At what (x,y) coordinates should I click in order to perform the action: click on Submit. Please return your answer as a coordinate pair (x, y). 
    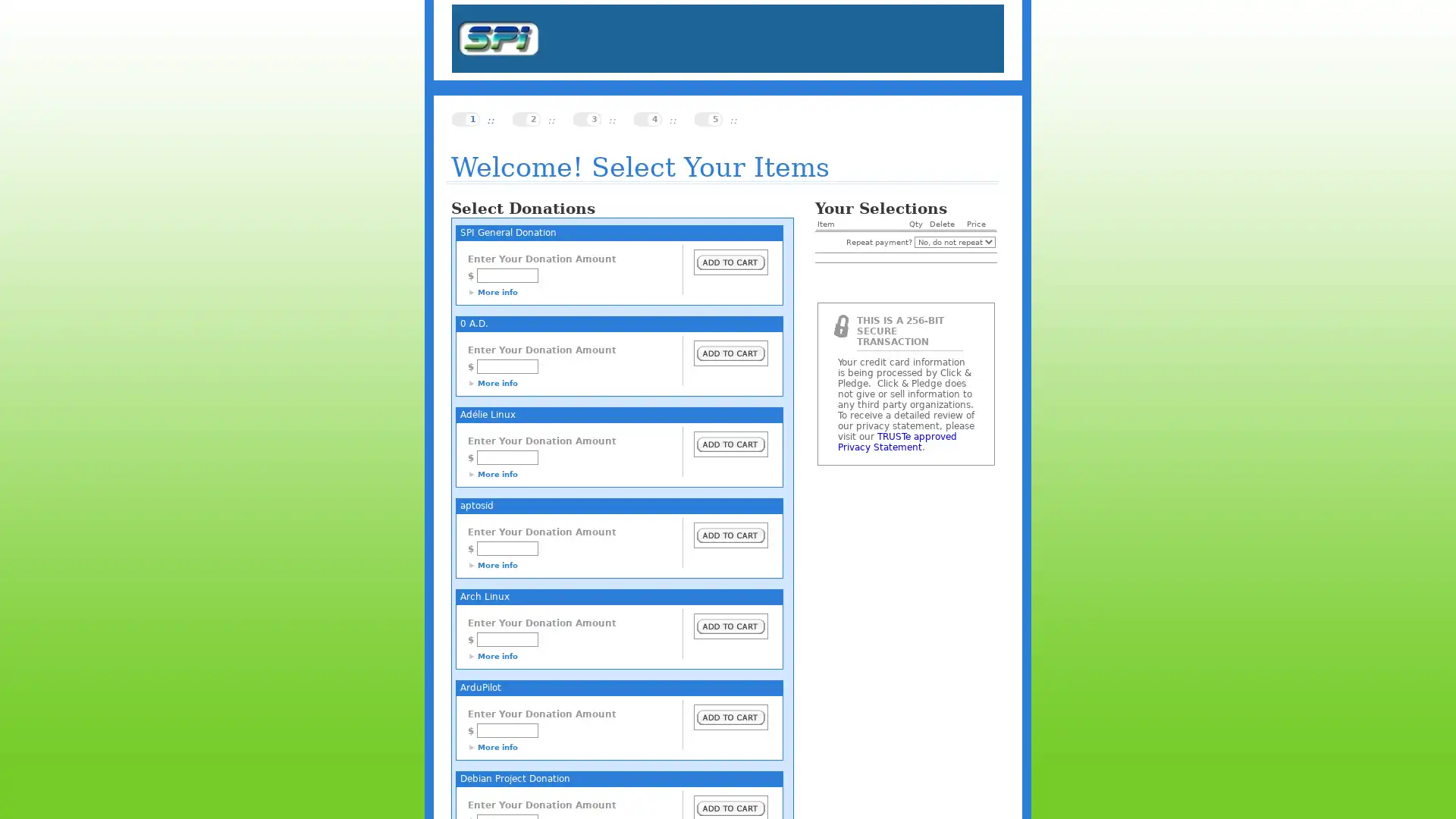
    Looking at the image, I should click on (731, 353).